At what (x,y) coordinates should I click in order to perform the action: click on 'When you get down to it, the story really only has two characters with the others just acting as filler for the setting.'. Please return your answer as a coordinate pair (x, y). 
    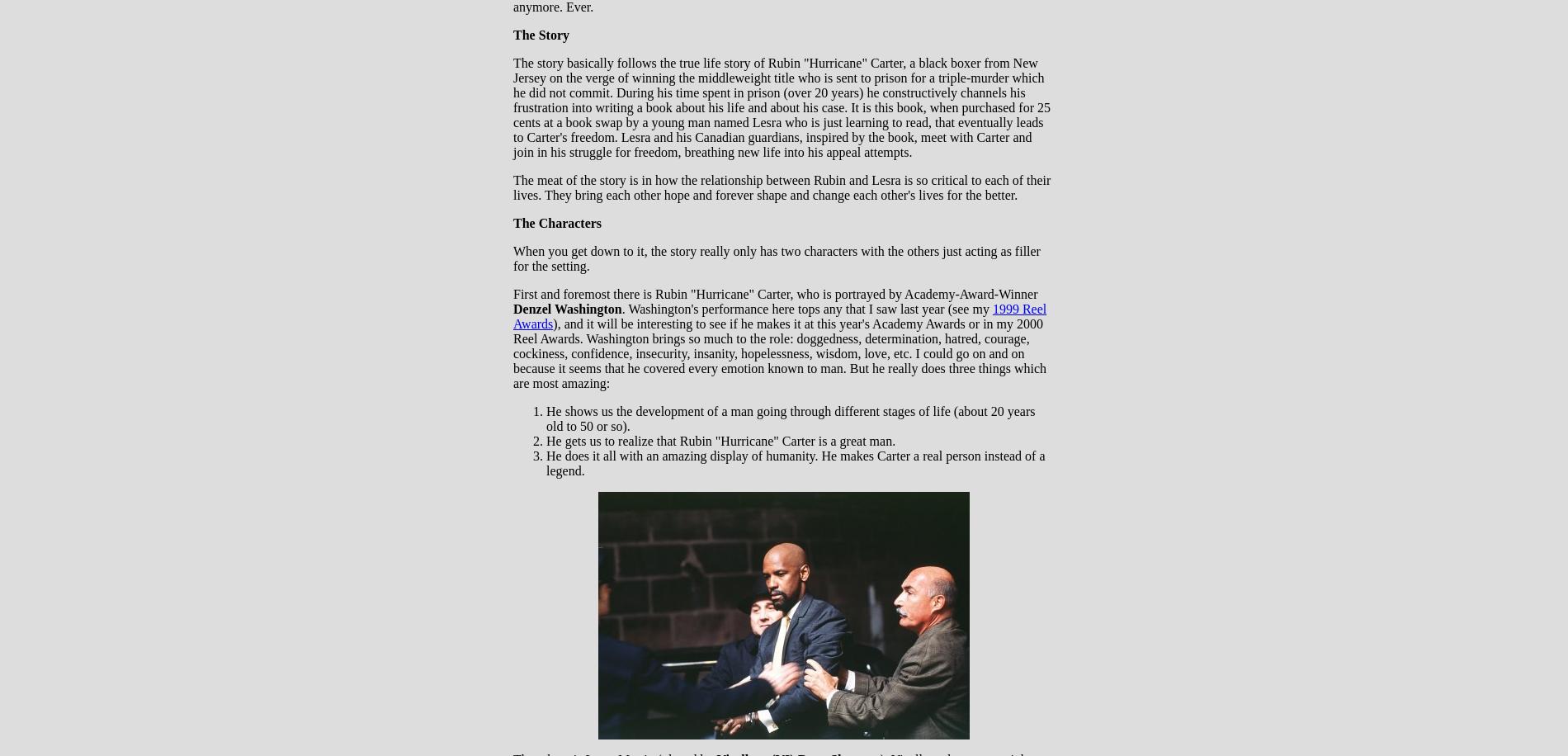
    Looking at the image, I should click on (776, 258).